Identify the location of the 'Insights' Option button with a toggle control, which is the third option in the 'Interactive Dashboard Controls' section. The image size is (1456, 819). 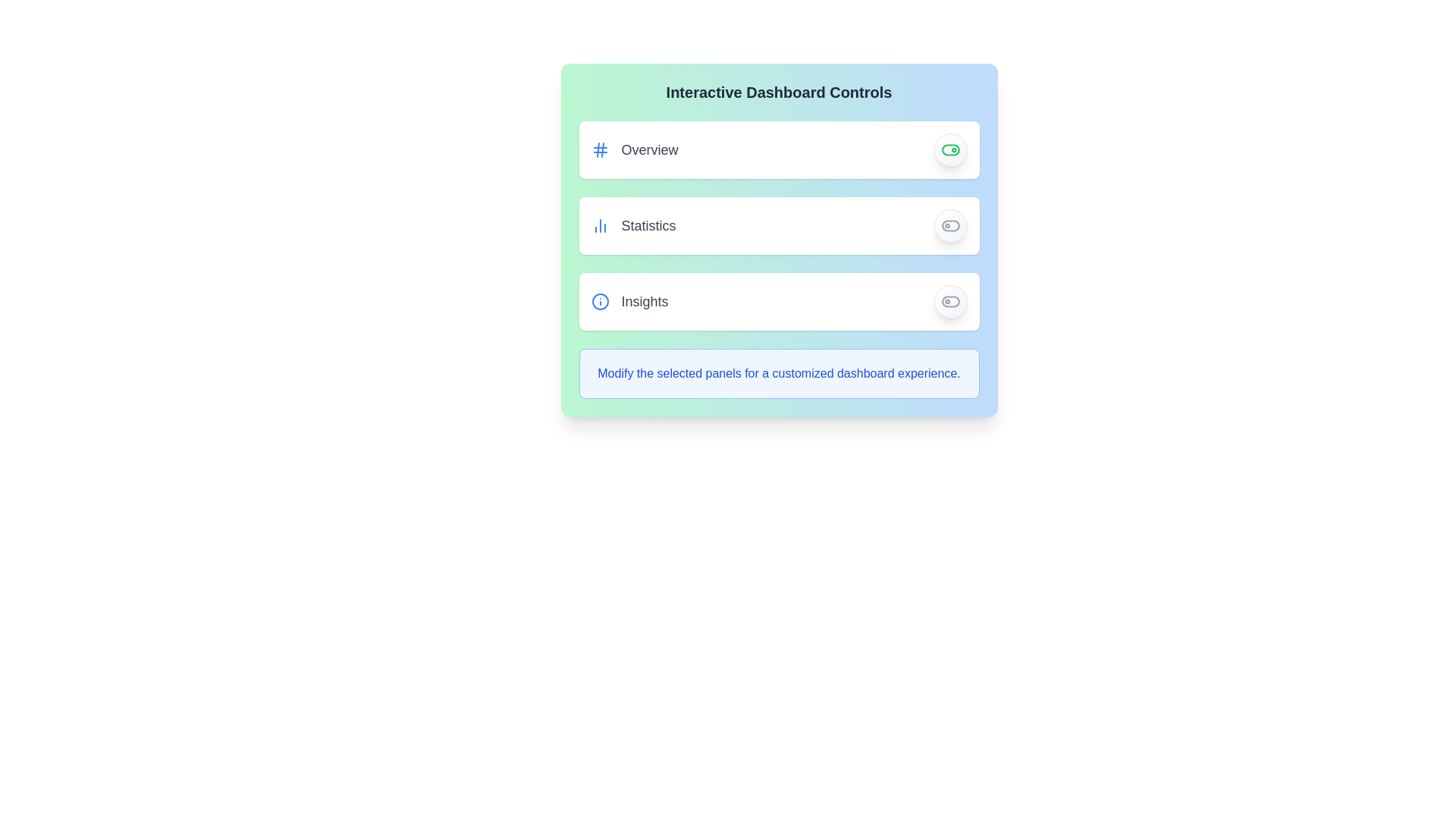
(779, 301).